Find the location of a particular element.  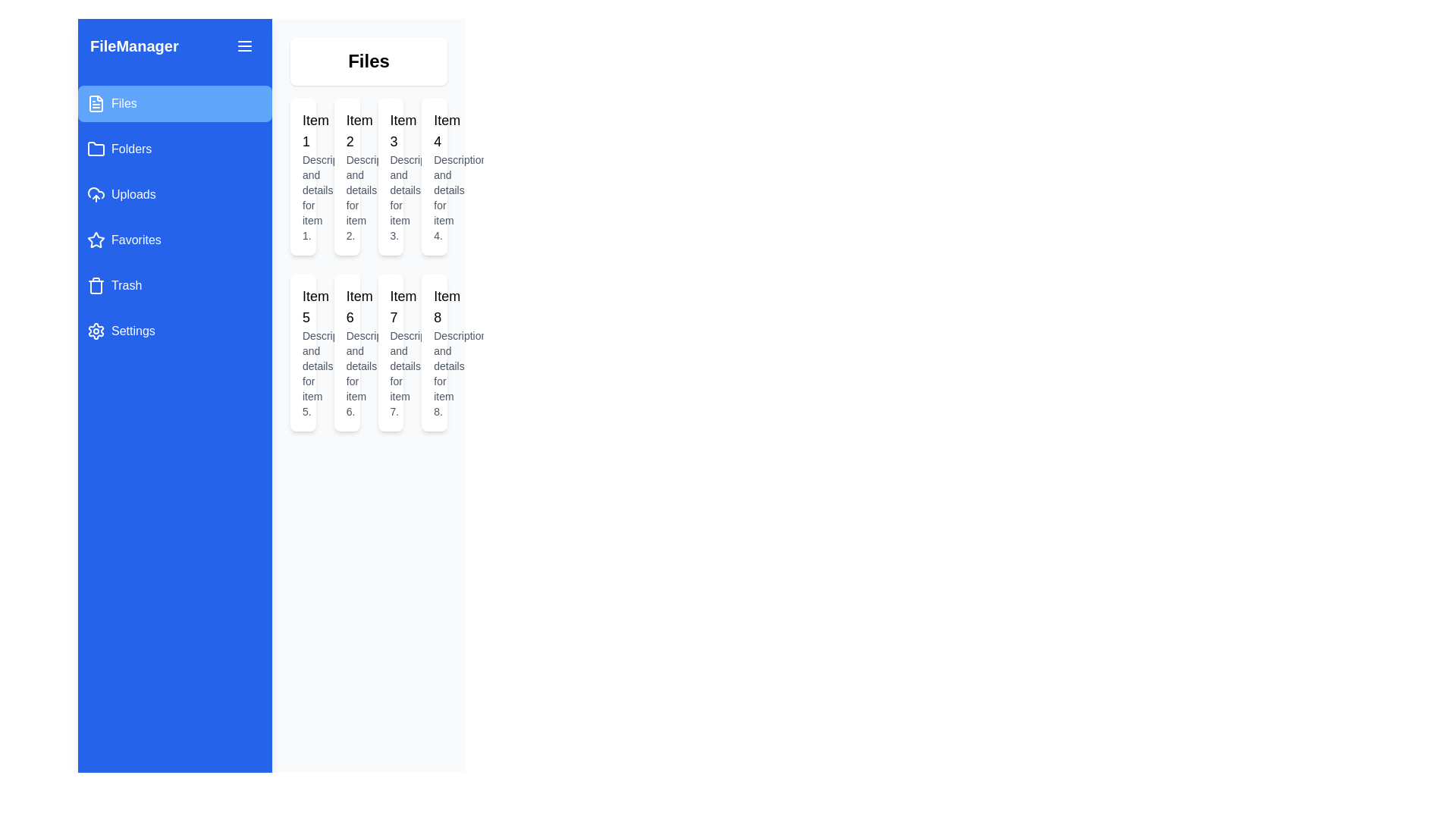

the 'Favorites' icon located in the vertical navigation panel is located at coordinates (94, 239).